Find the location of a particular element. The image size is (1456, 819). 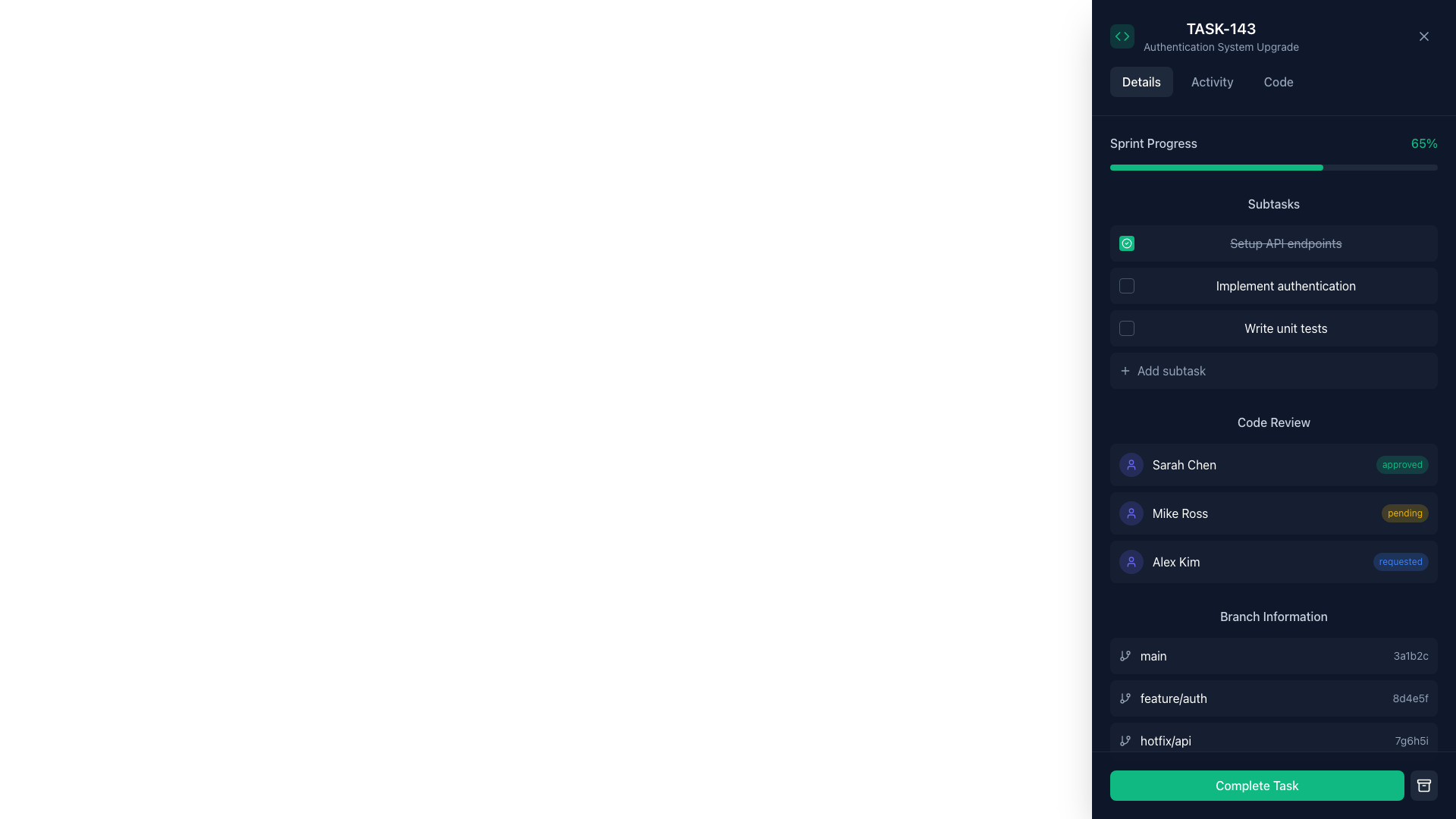

the list item with the checkbox and text 'Implement authentication' is located at coordinates (1274, 286).